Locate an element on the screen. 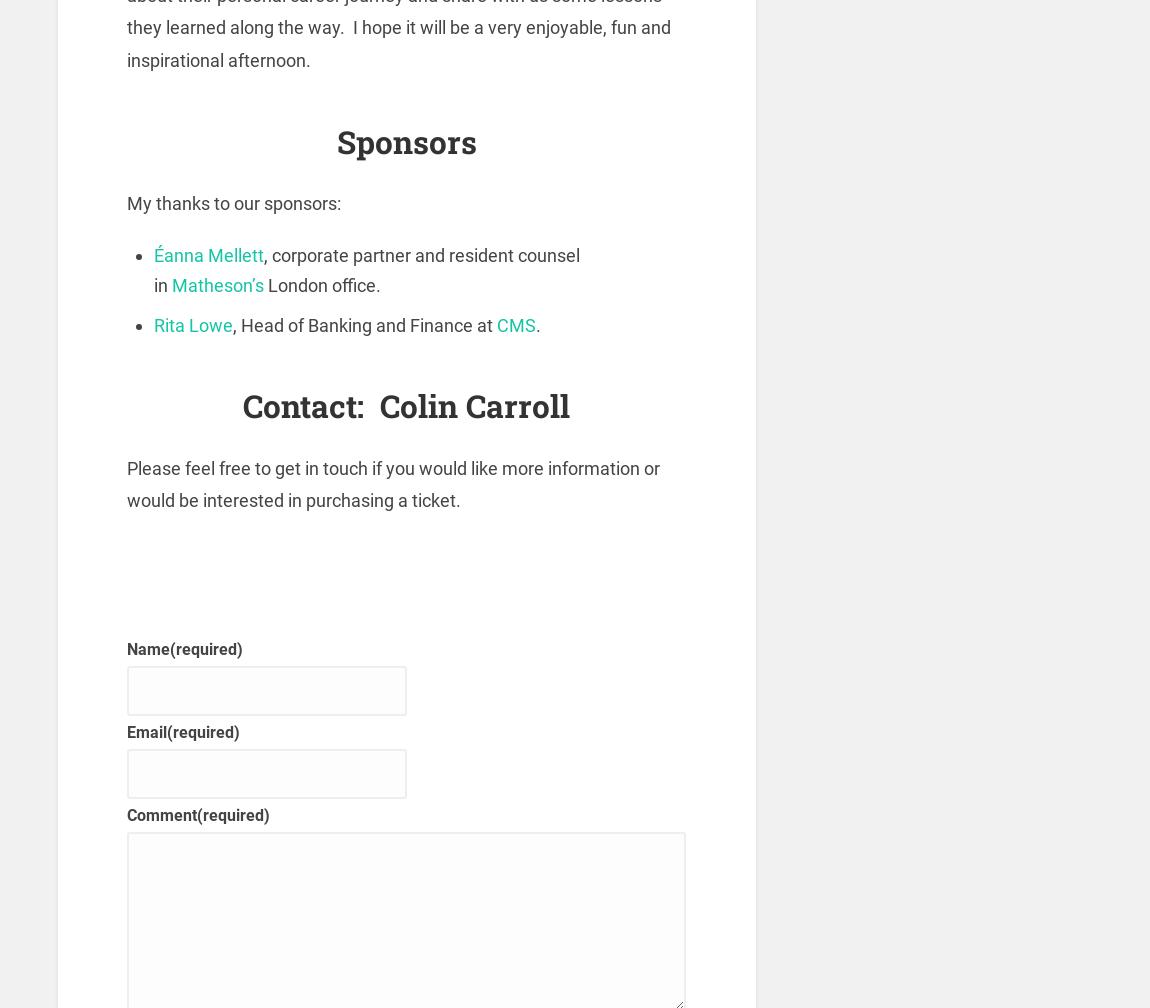 This screenshot has width=1150, height=1008. 'London office.' is located at coordinates (324, 285).